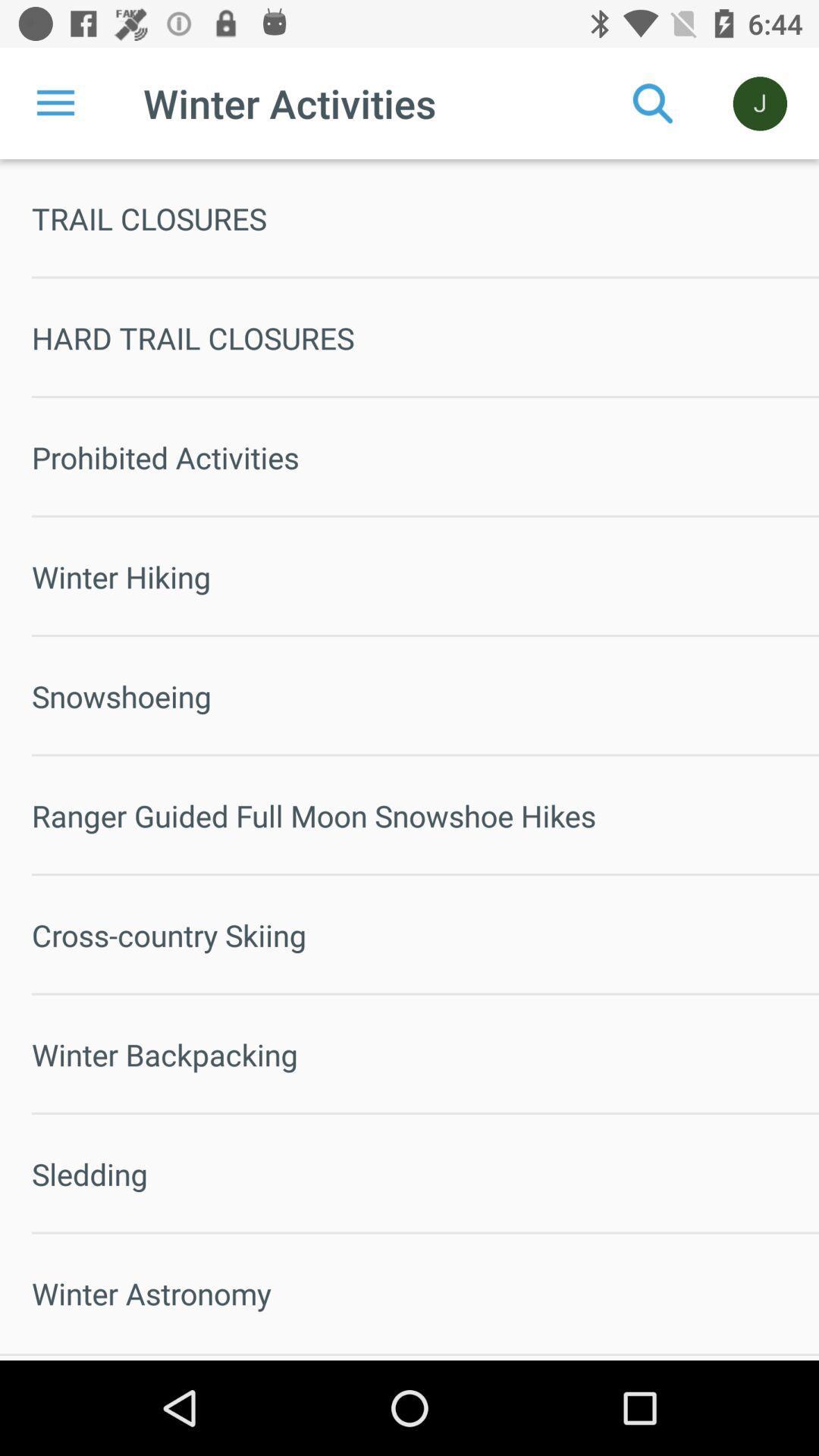 The width and height of the screenshot is (819, 1456). What do you see at coordinates (652, 102) in the screenshot?
I see `icon above trail closures icon` at bounding box center [652, 102].